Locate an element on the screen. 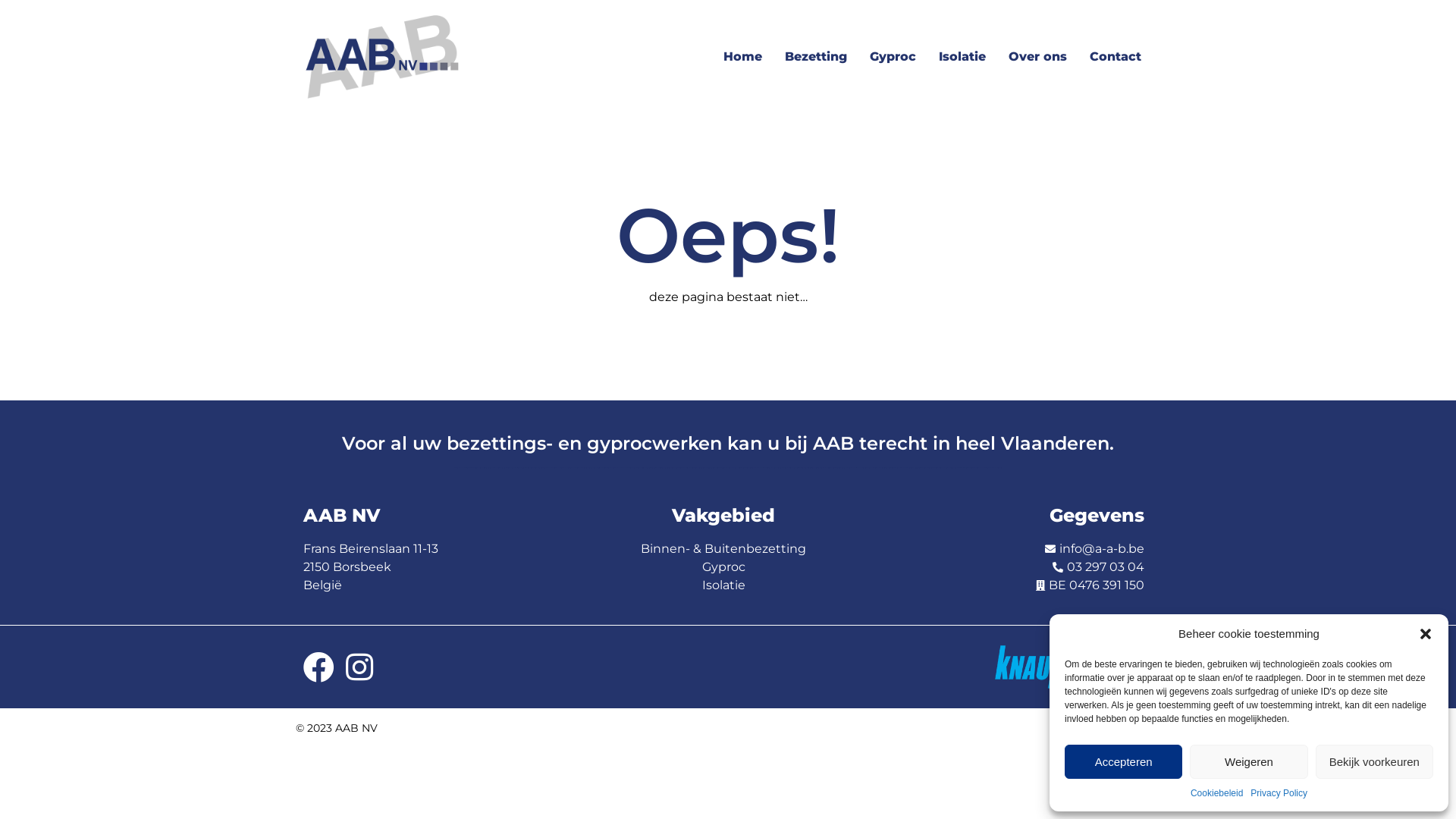 This screenshot has height=819, width=1456. 'Bekijk voorkeuren' is located at coordinates (1374, 761).